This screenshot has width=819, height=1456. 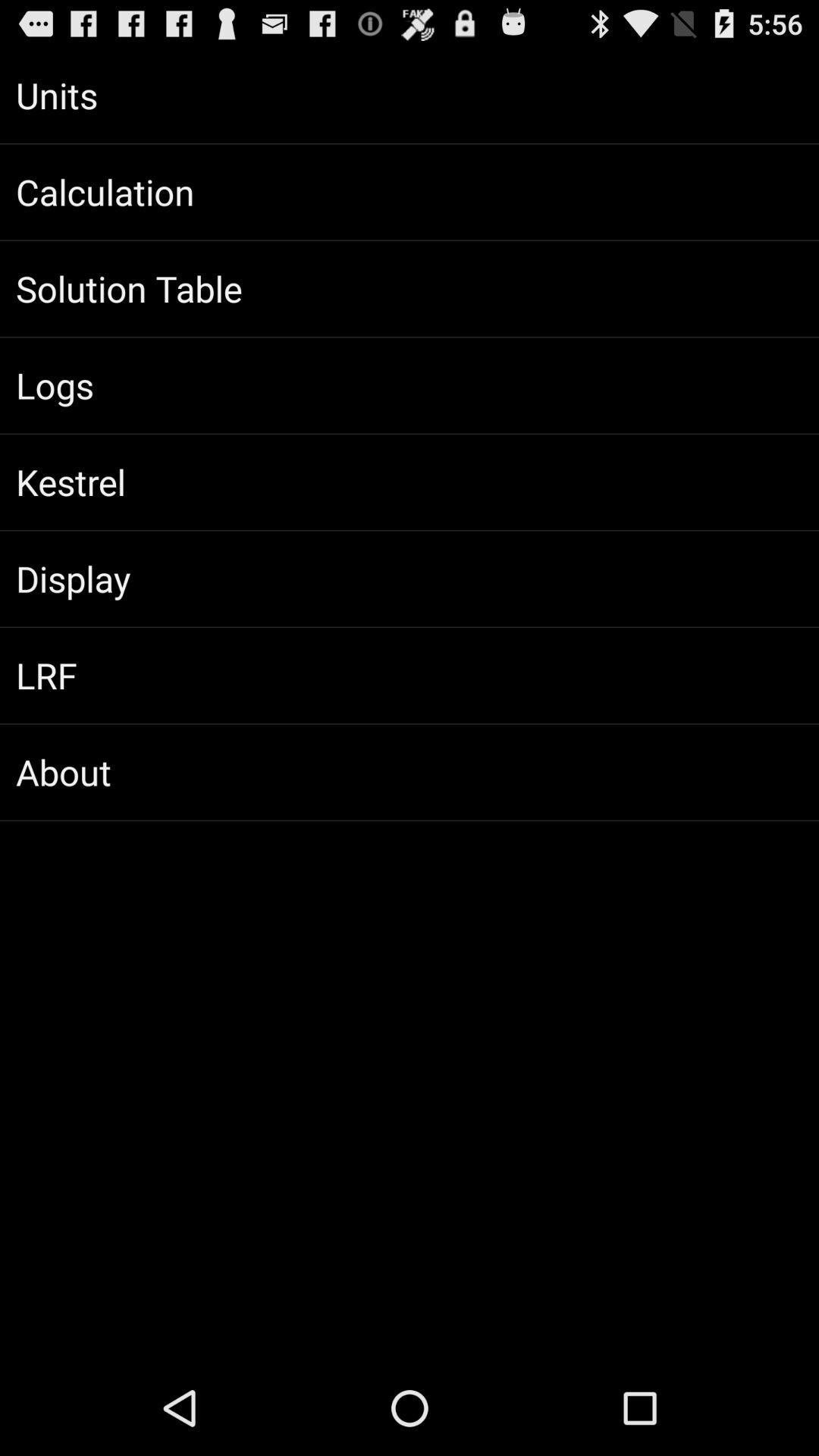 I want to click on the logs icon, so click(x=409, y=385).